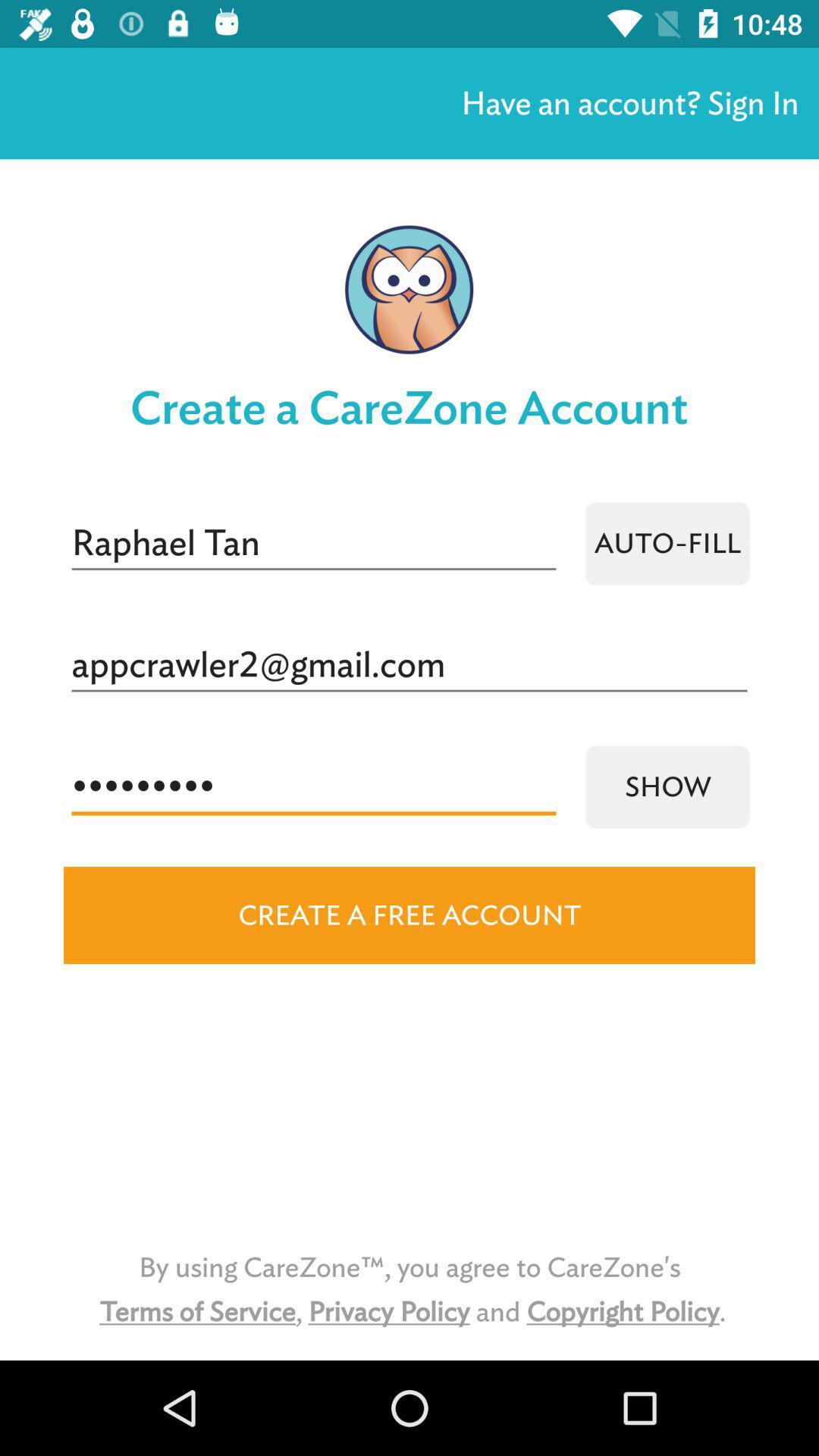 The width and height of the screenshot is (819, 1456). I want to click on by using carezone, so click(409, 1288).